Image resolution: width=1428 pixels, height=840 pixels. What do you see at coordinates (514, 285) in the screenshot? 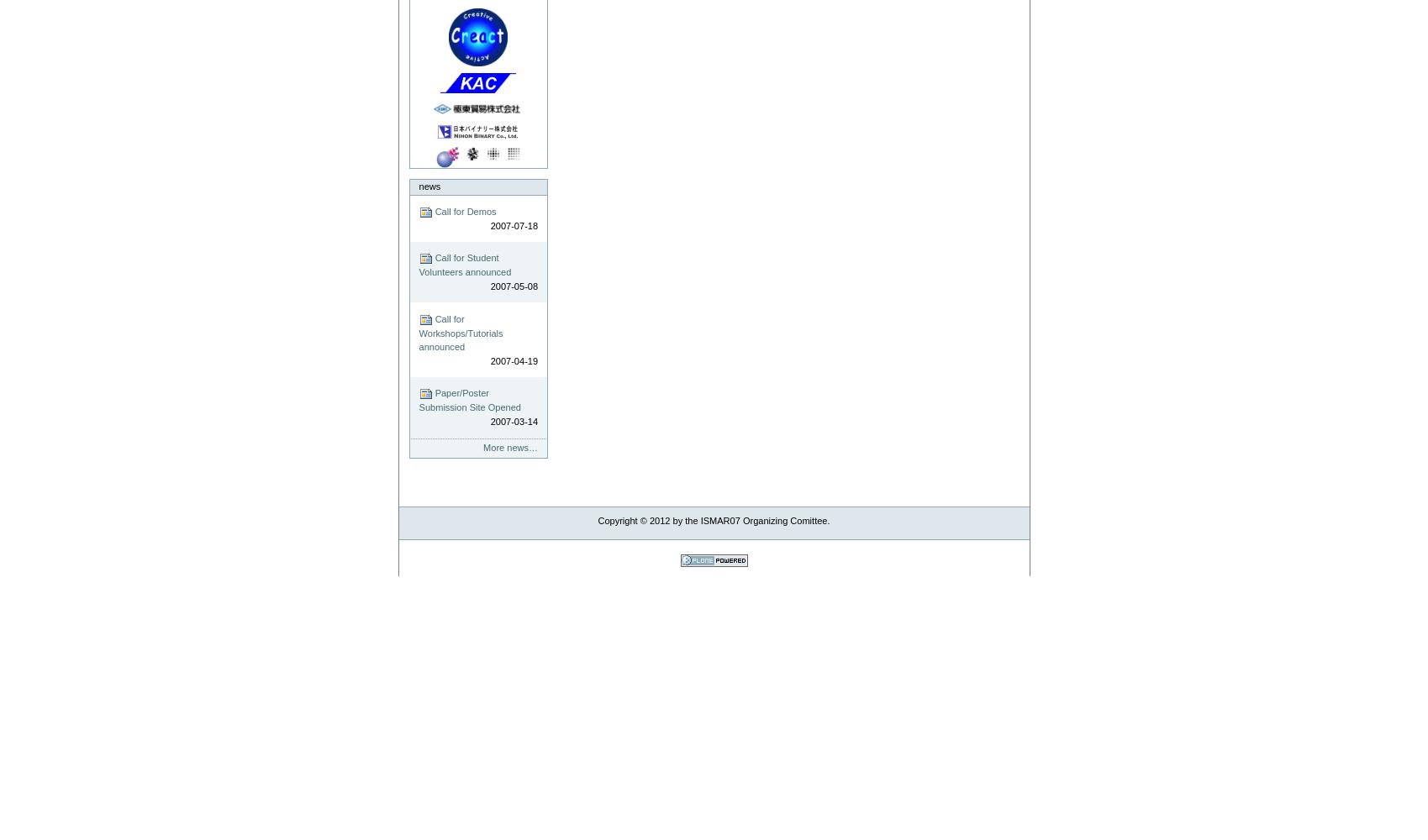
I see `'2007-05-08'` at bounding box center [514, 285].